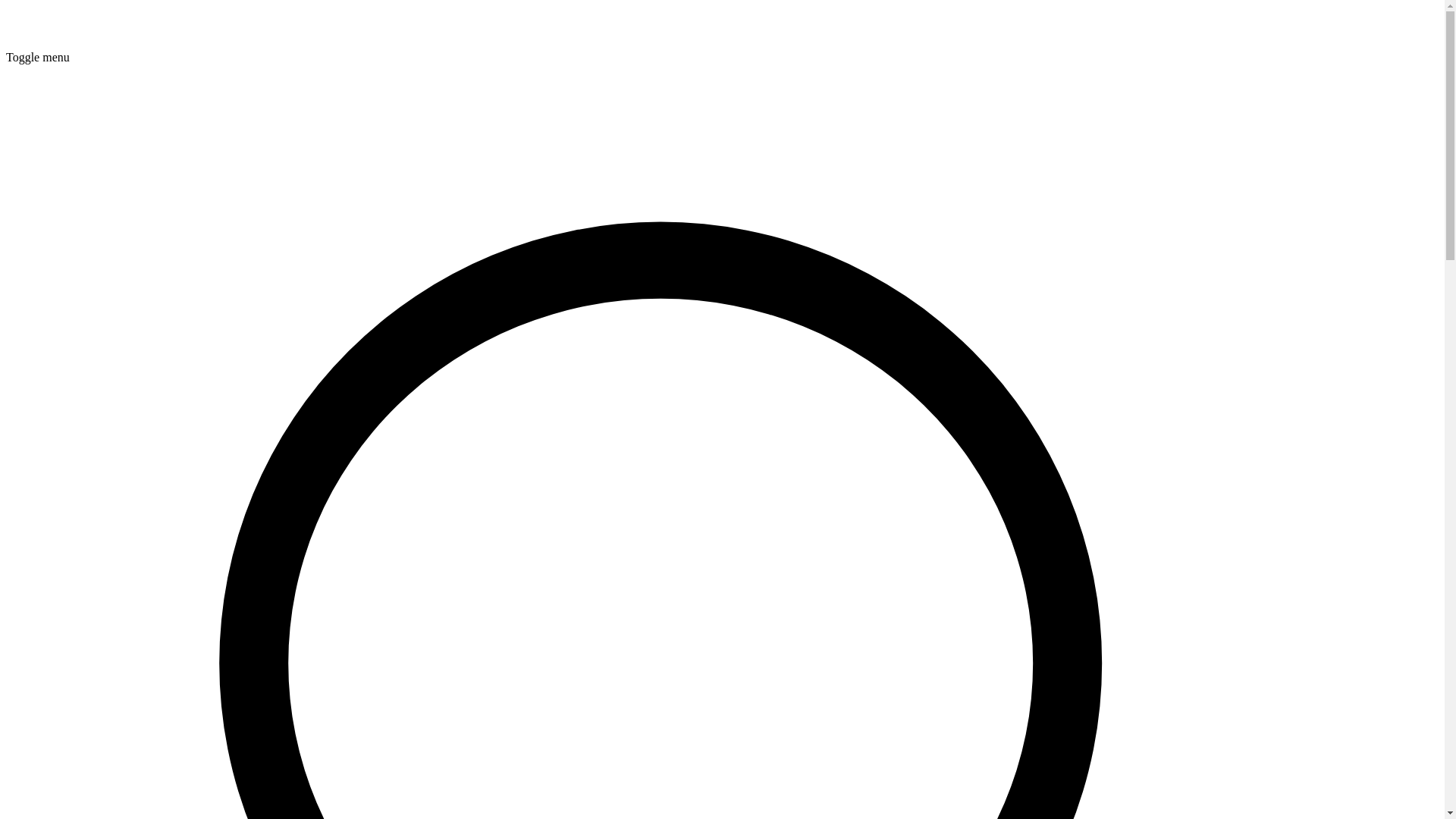  What do you see at coordinates (6, 42) in the screenshot?
I see `'Back to home'` at bounding box center [6, 42].